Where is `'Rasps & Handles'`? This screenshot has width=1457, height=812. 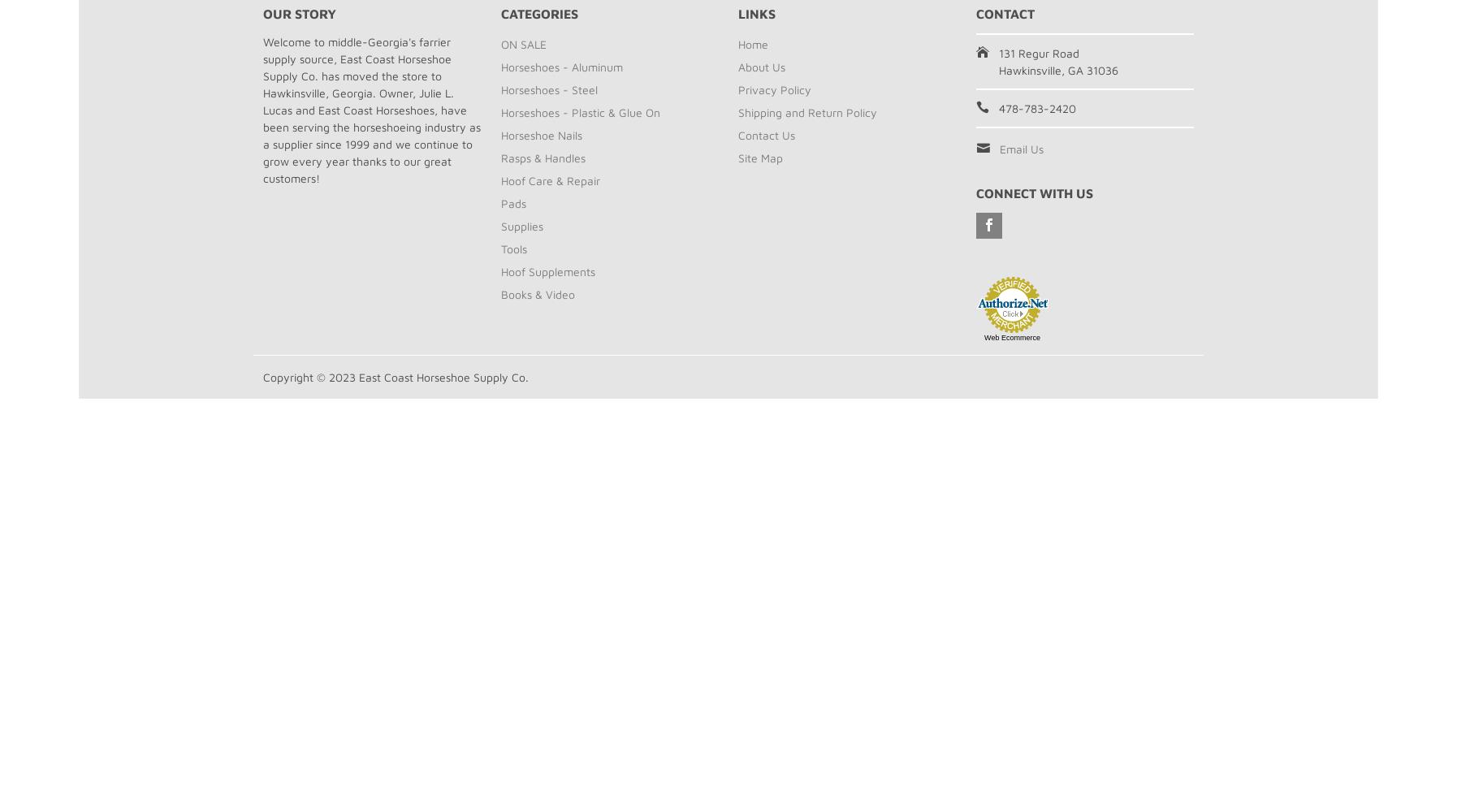 'Rasps & Handles' is located at coordinates (543, 156).